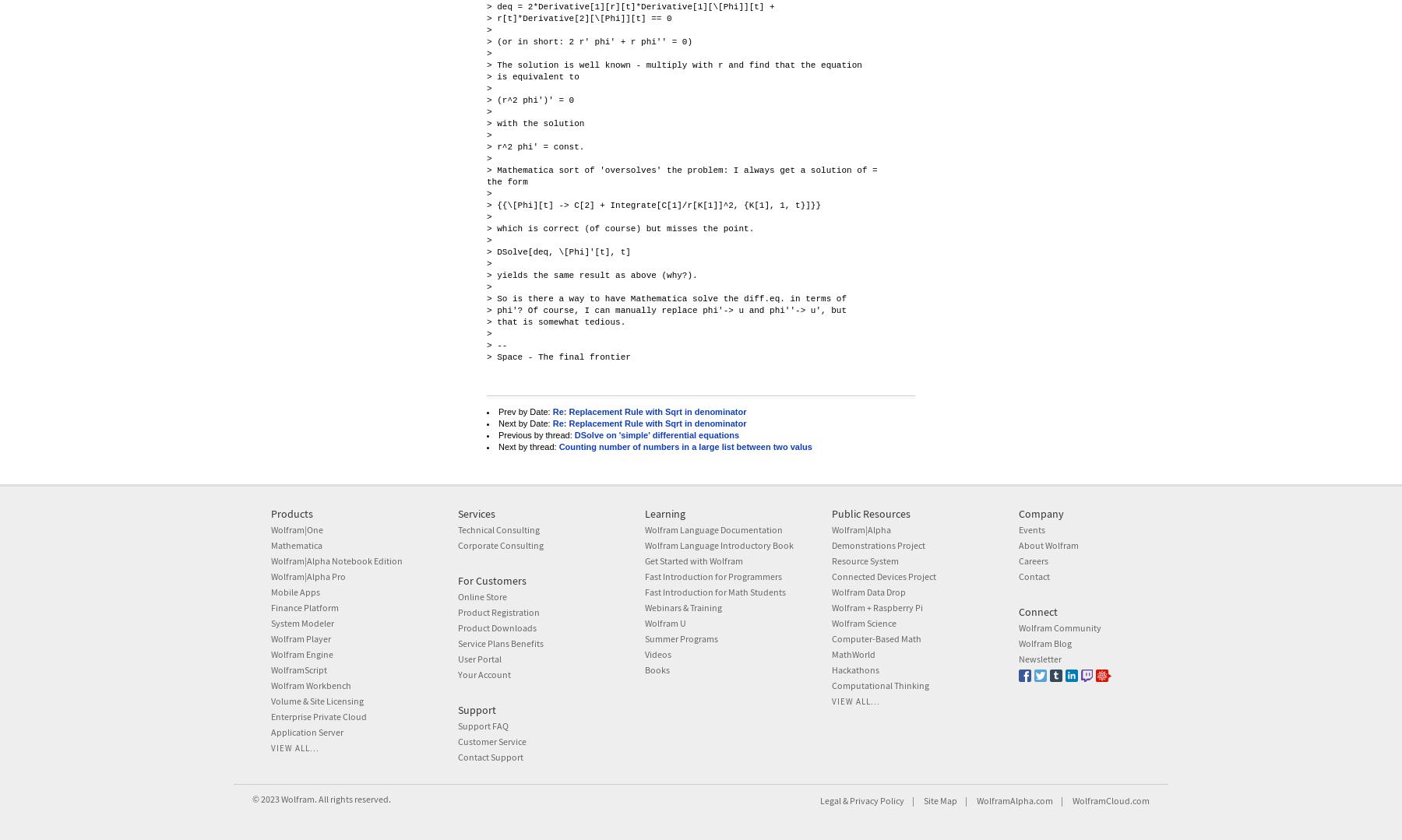 The height and width of the screenshot is (840, 1402). What do you see at coordinates (491, 580) in the screenshot?
I see `'For Customers'` at bounding box center [491, 580].